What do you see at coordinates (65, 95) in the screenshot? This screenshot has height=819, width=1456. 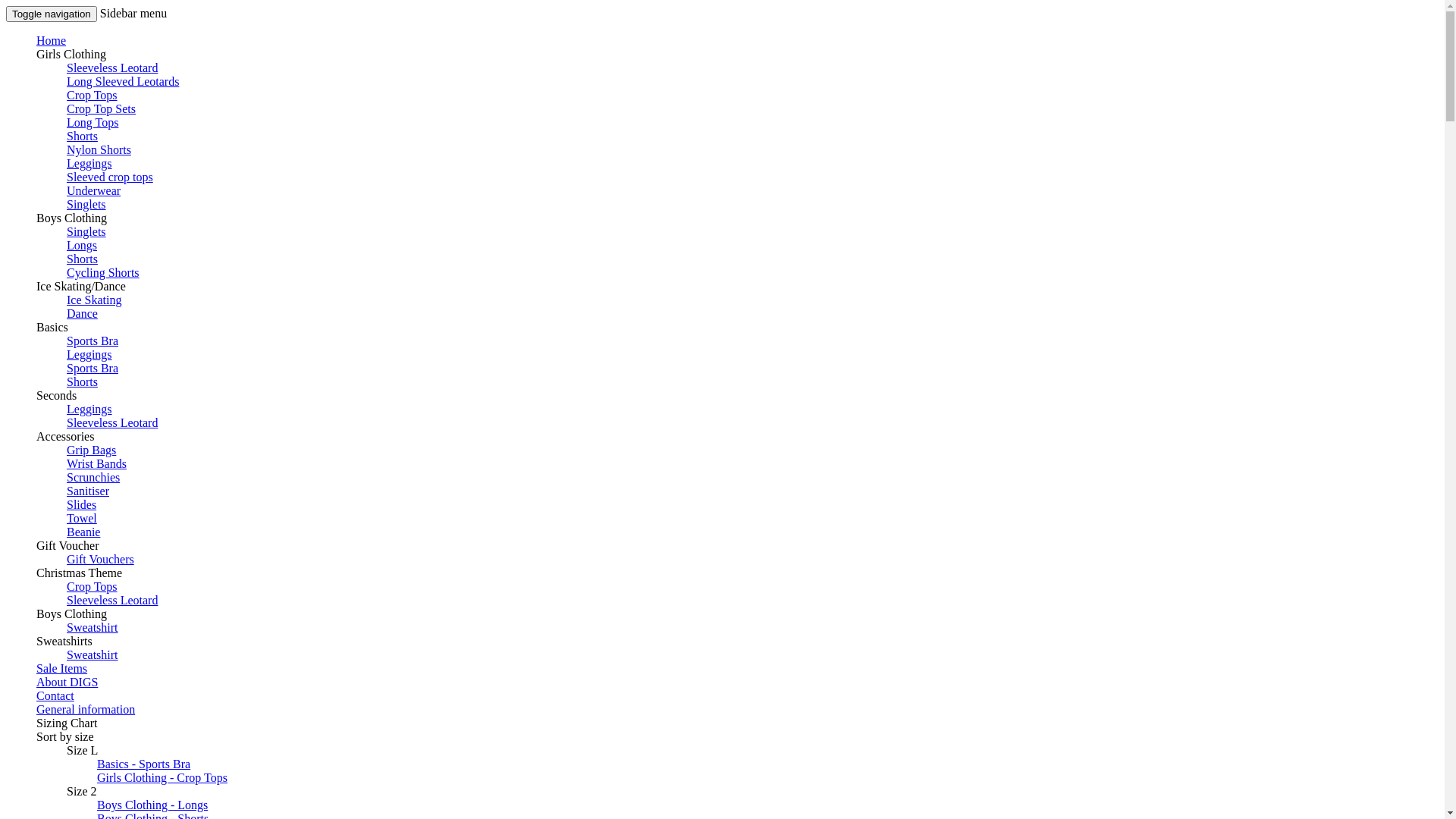 I see `'Crop Tops'` at bounding box center [65, 95].